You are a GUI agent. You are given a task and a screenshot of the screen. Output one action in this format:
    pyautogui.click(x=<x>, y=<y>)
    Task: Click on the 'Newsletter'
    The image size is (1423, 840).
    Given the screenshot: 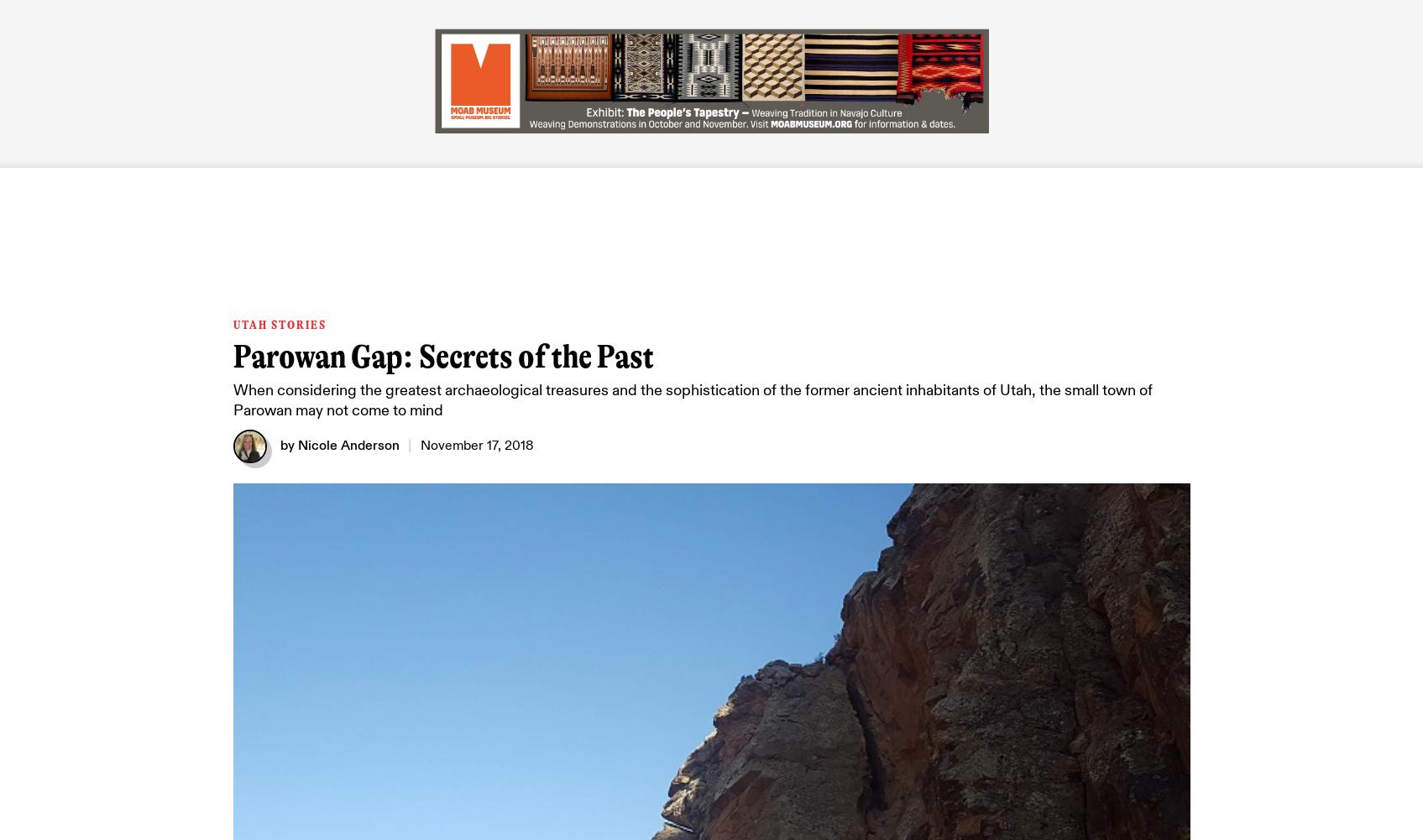 What is the action you would take?
    pyautogui.click(x=932, y=81)
    